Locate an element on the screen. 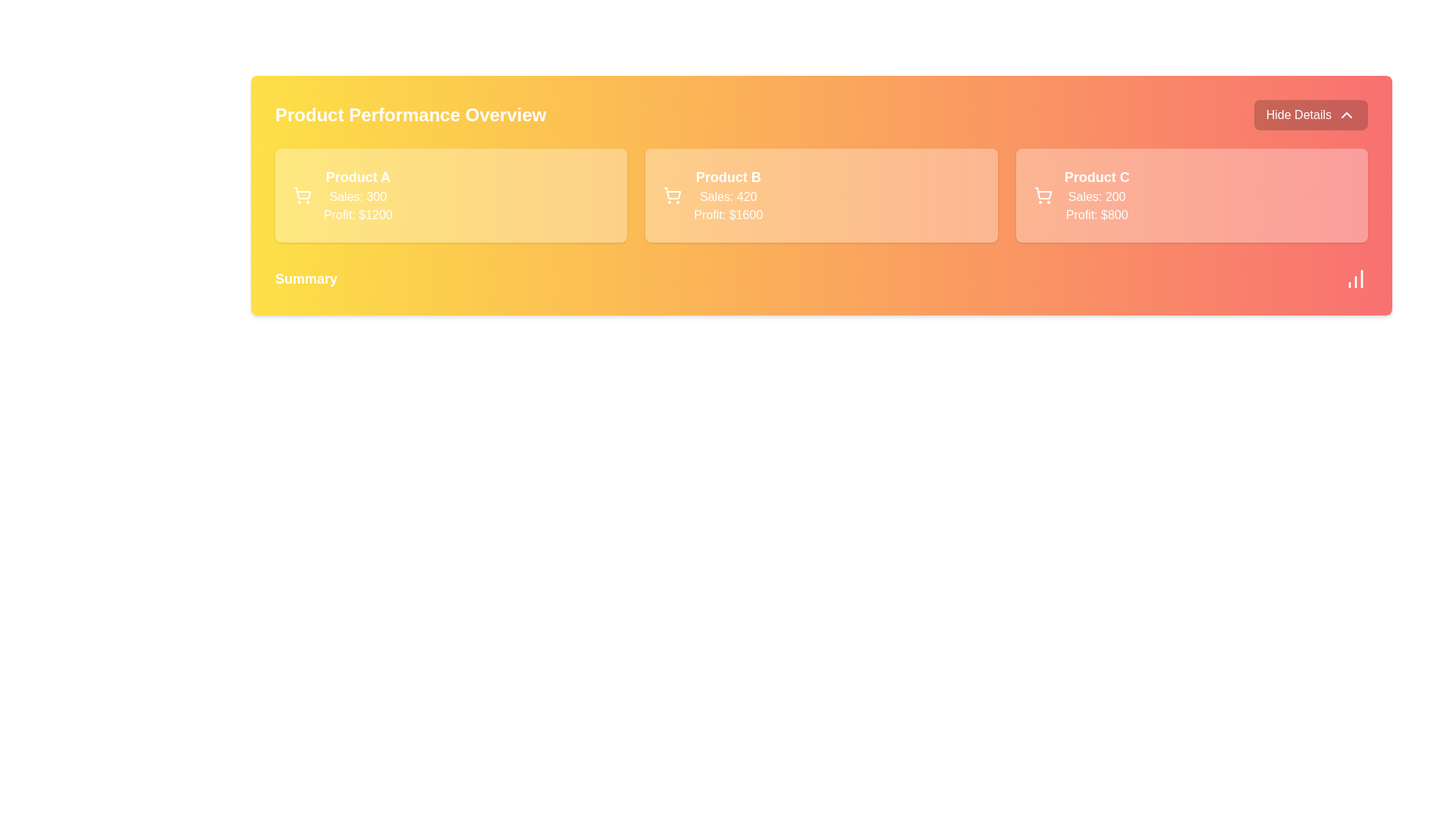 This screenshot has height=819, width=1456. the text label displaying 'Profit: $800' in white font on an orange background, situated beneath 'Sales: 200' in the 'Product C' card is located at coordinates (1097, 215).